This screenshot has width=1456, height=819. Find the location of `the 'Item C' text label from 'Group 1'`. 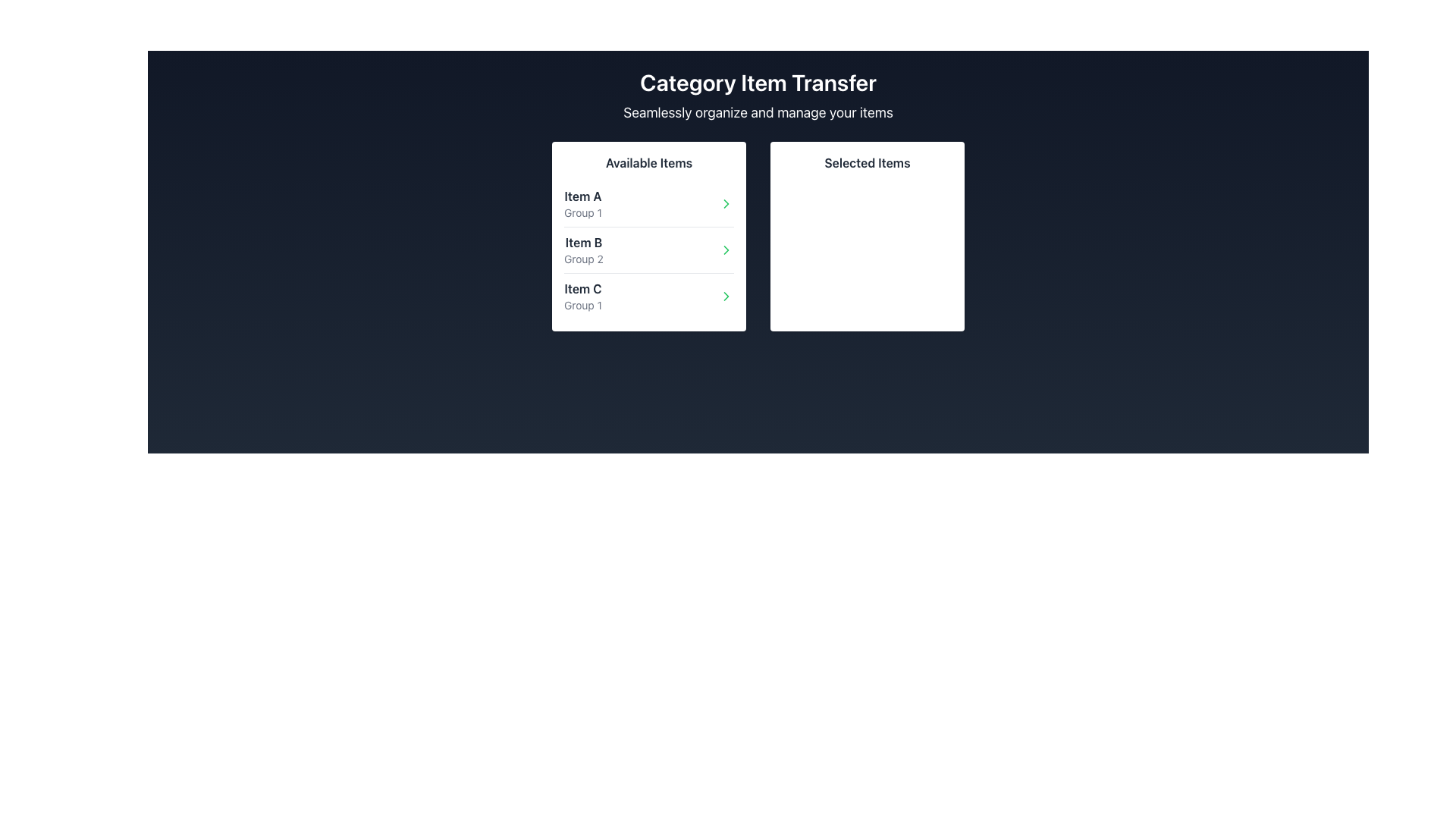

the 'Item C' text label from 'Group 1' is located at coordinates (582, 296).